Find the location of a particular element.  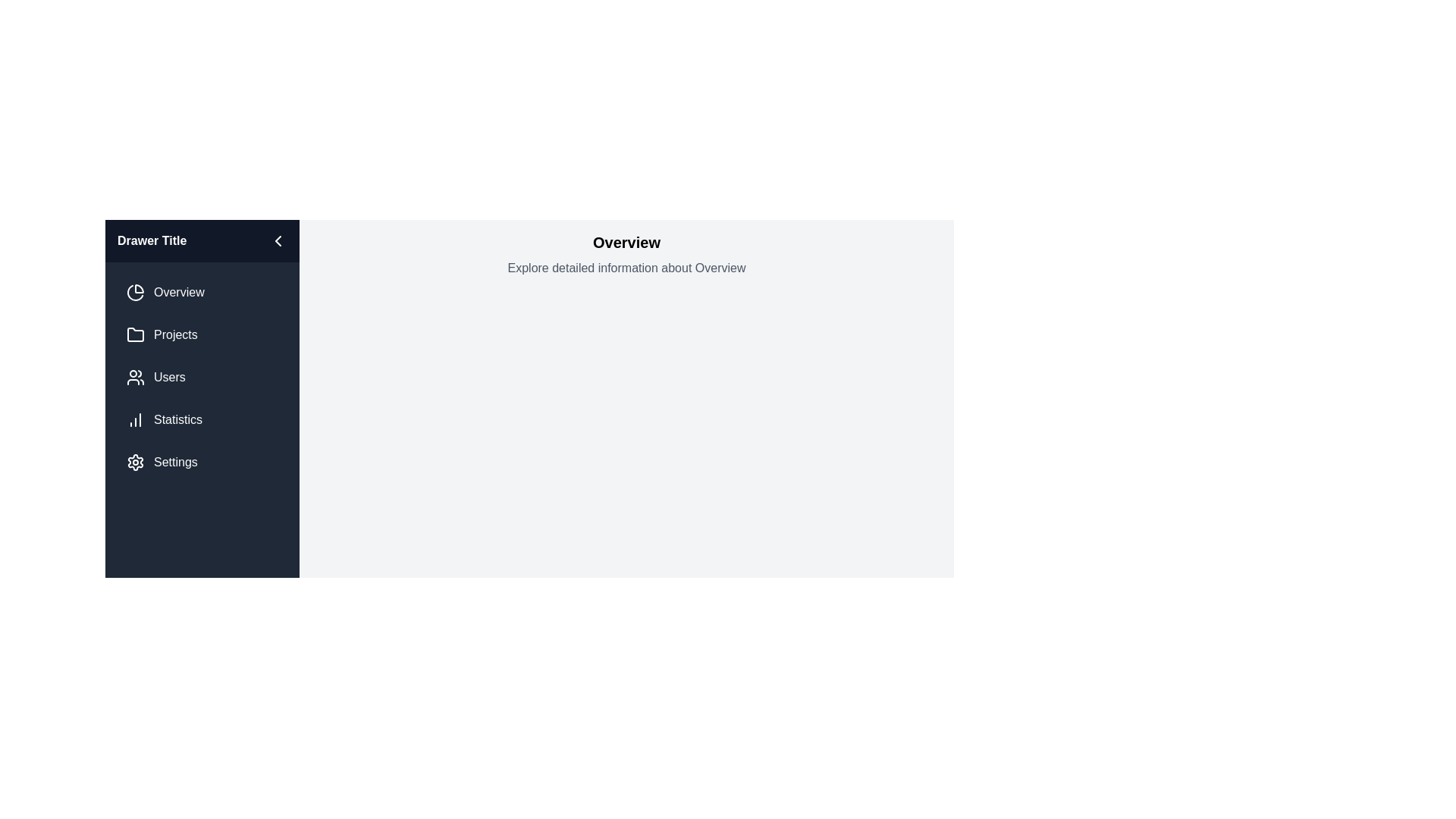

the drawer title text to select it is located at coordinates (152, 240).